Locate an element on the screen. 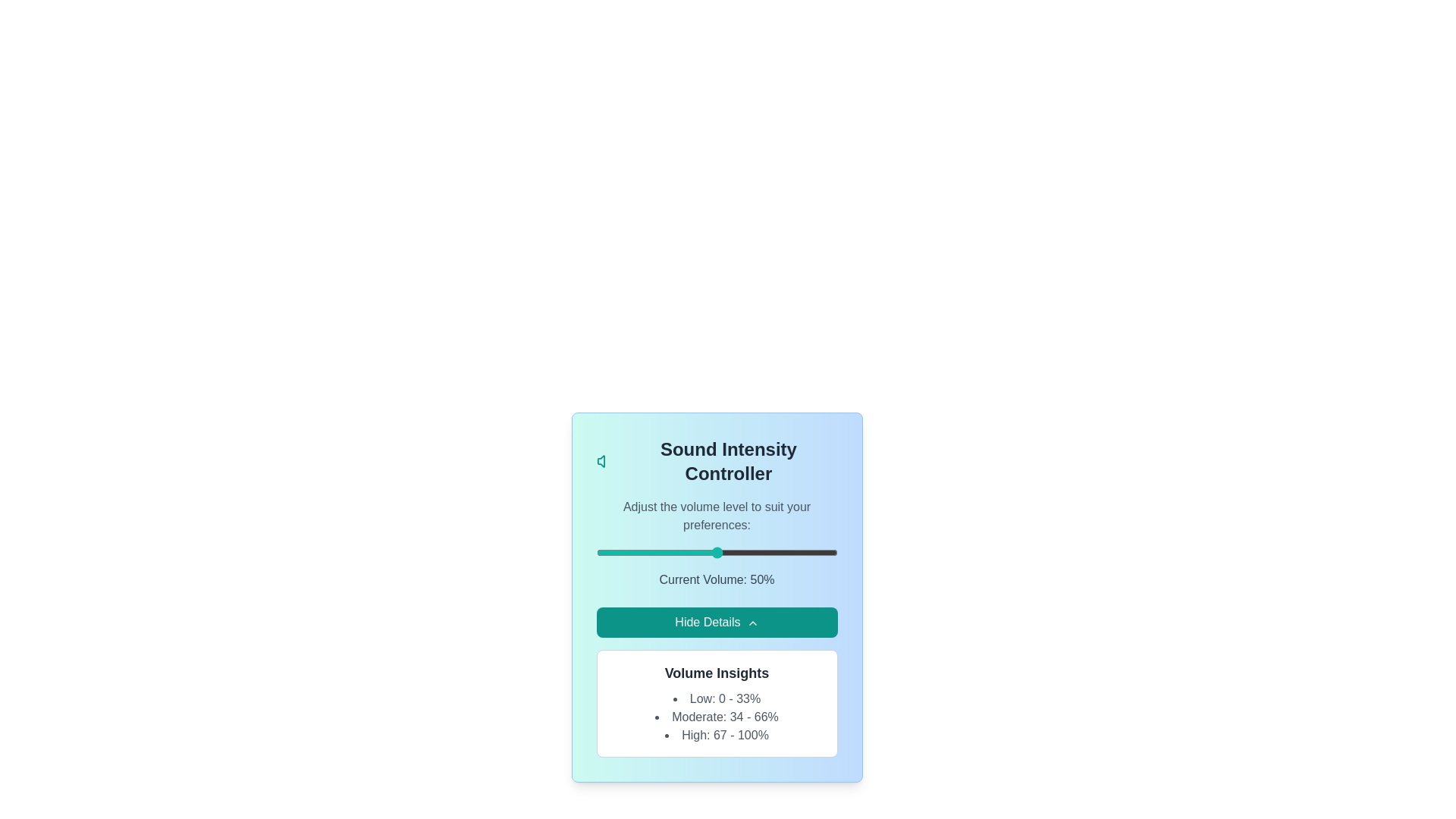 This screenshot has width=1456, height=819. the volume slider to set the audio intensity to 3% is located at coordinates (603, 553).